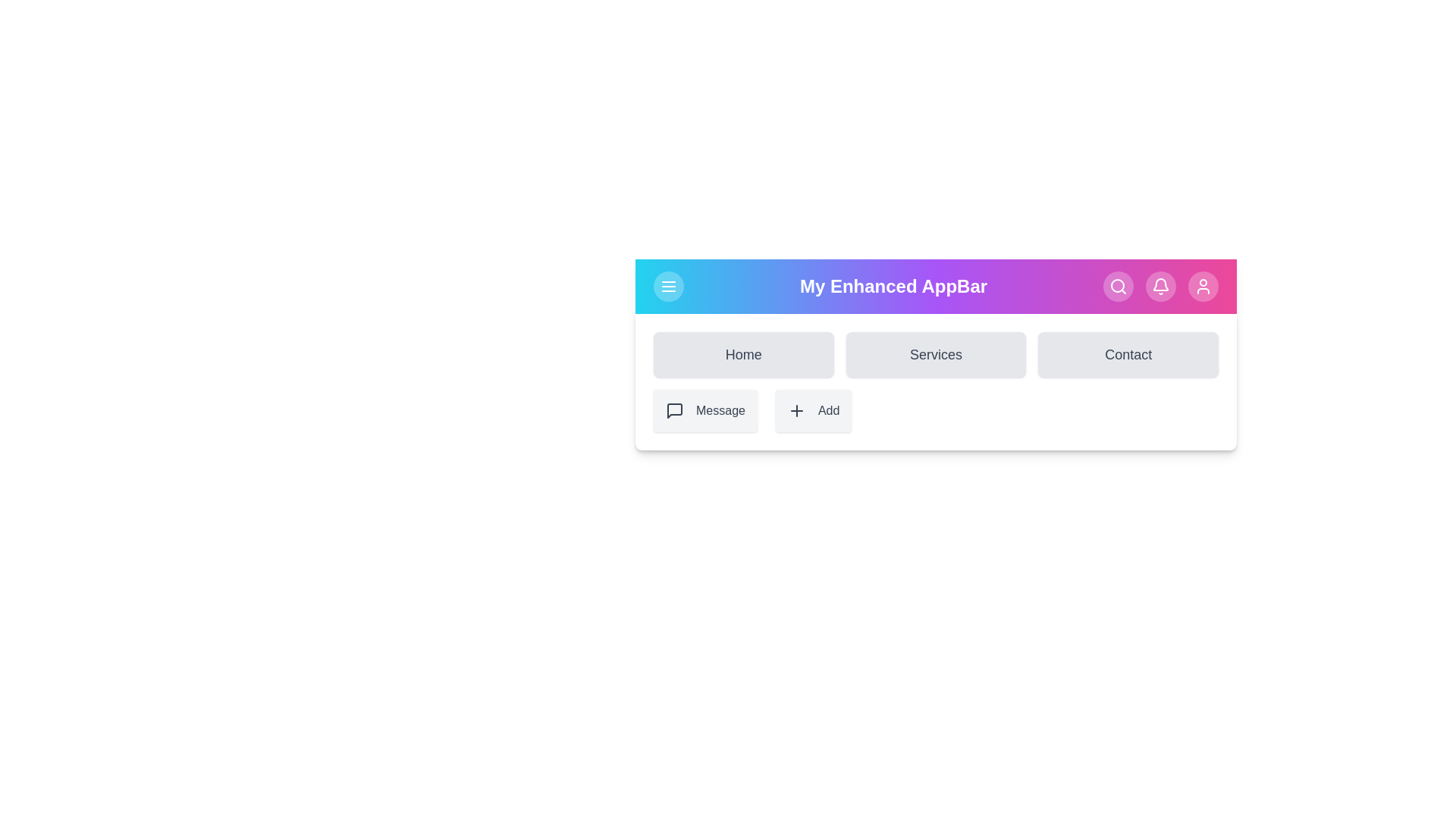  Describe the element at coordinates (935, 354) in the screenshot. I see `the Services navigation link` at that location.